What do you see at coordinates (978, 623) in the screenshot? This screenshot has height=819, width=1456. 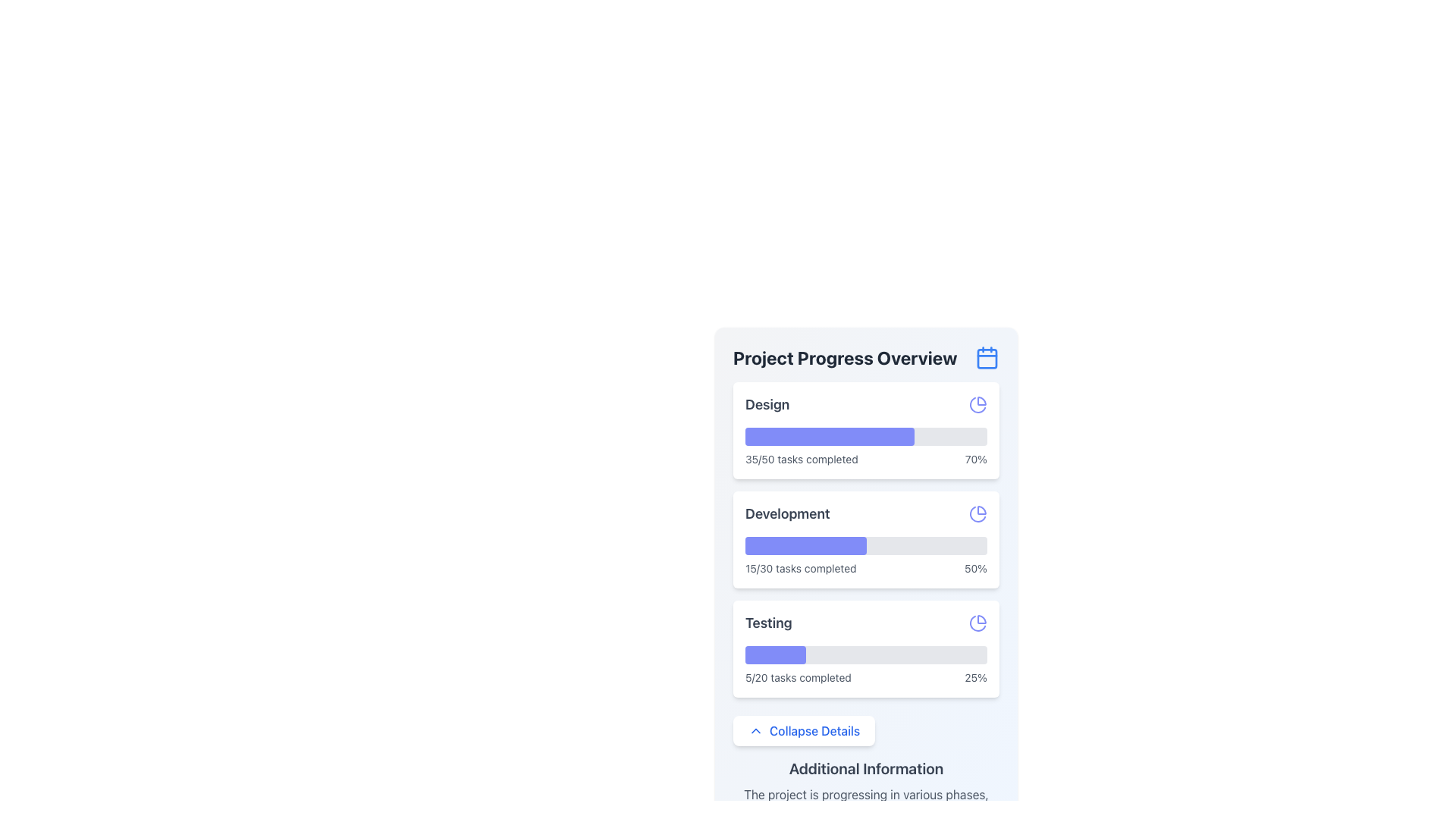 I see `the pie-chart icon with an indigo stroke located adjacent to the 'Testing' text in the 'Project Progress Overview' card` at bounding box center [978, 623].